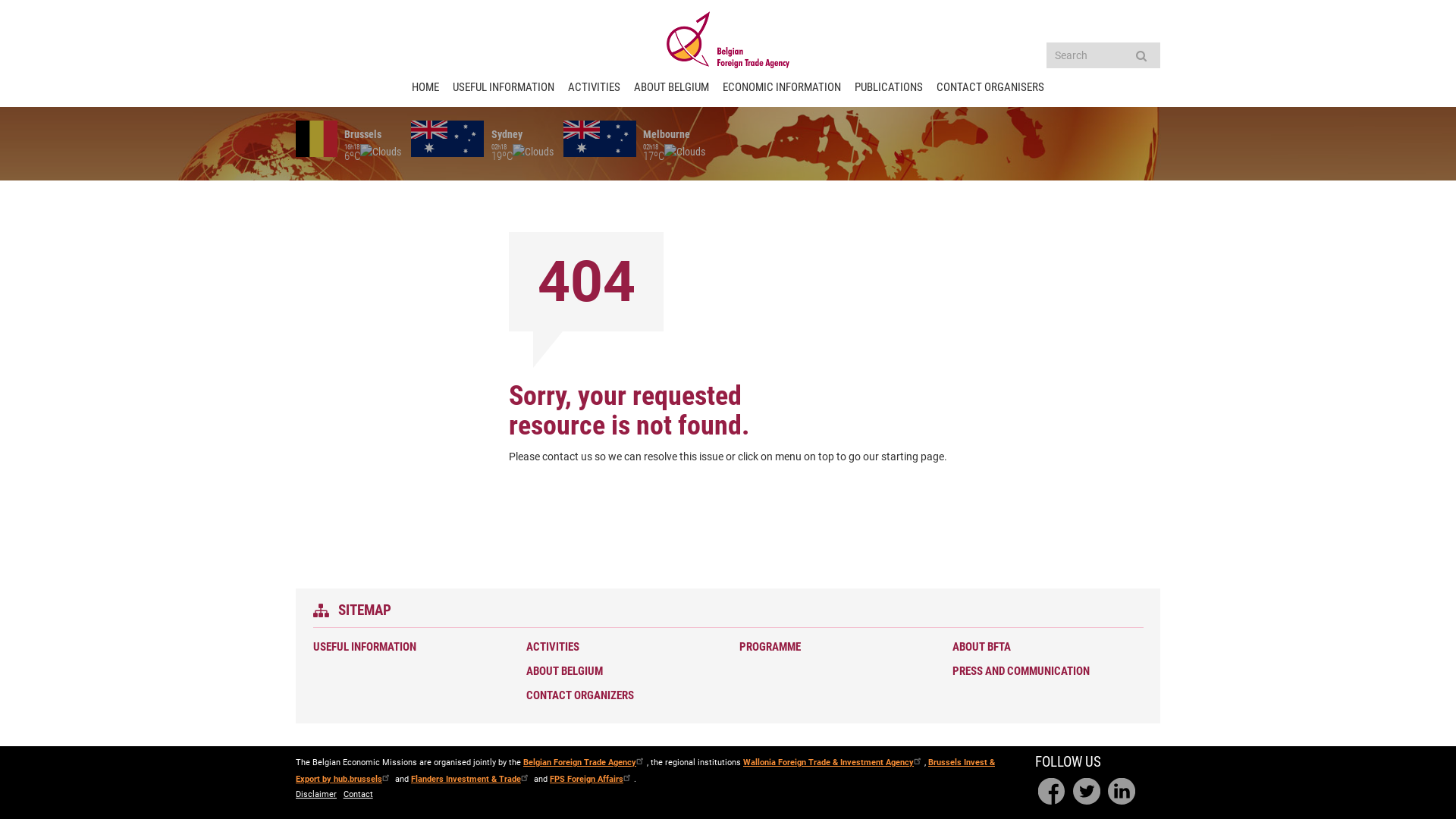 This screenshot has height=819, width=1456. I want to click on 'Back to the home page', so click(728, 39).